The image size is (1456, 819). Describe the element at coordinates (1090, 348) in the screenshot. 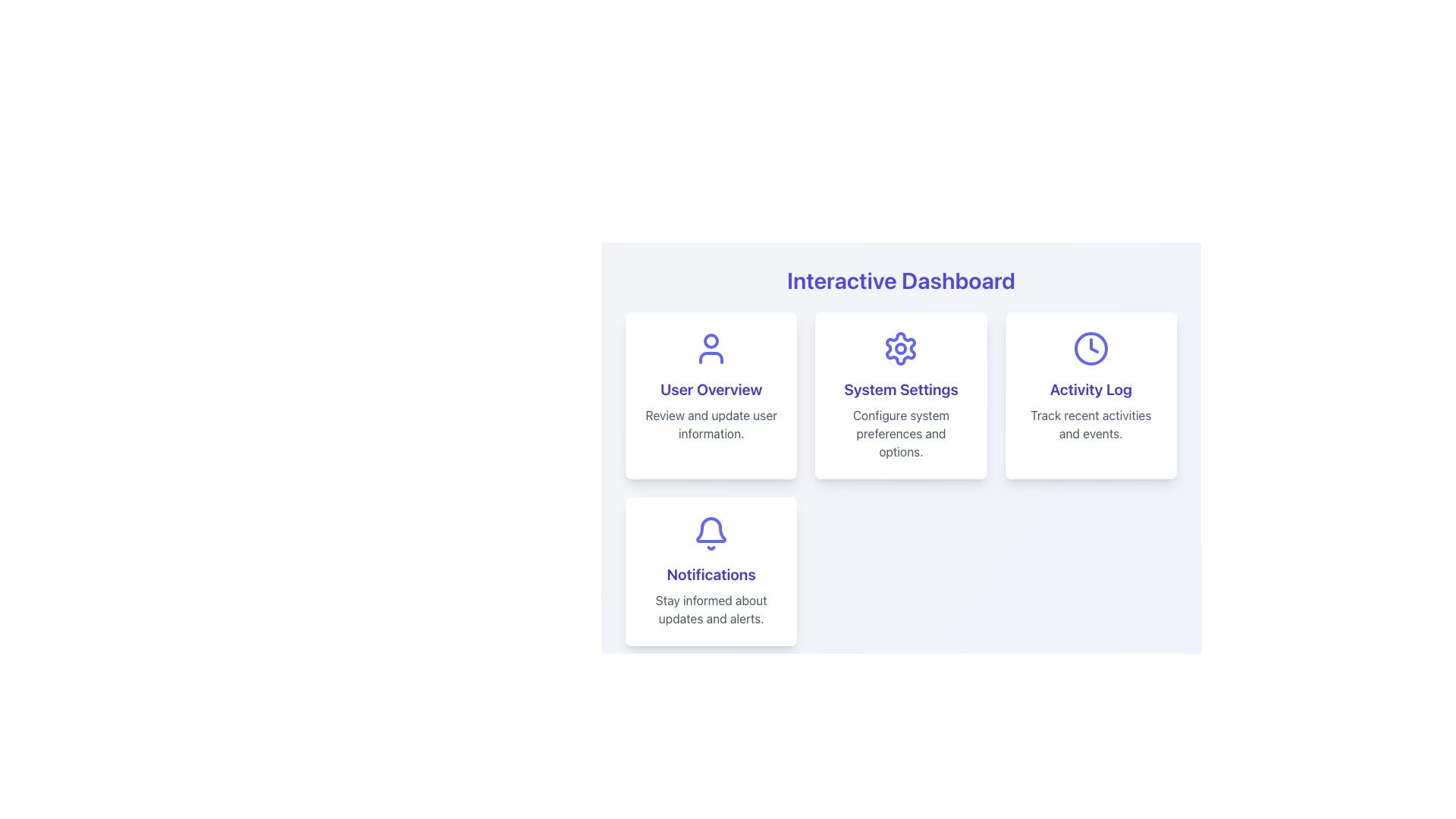

I see `the vibrant indigo clock icon located at the top-center of the 'Activity Log' card on the dashboard` at that location.